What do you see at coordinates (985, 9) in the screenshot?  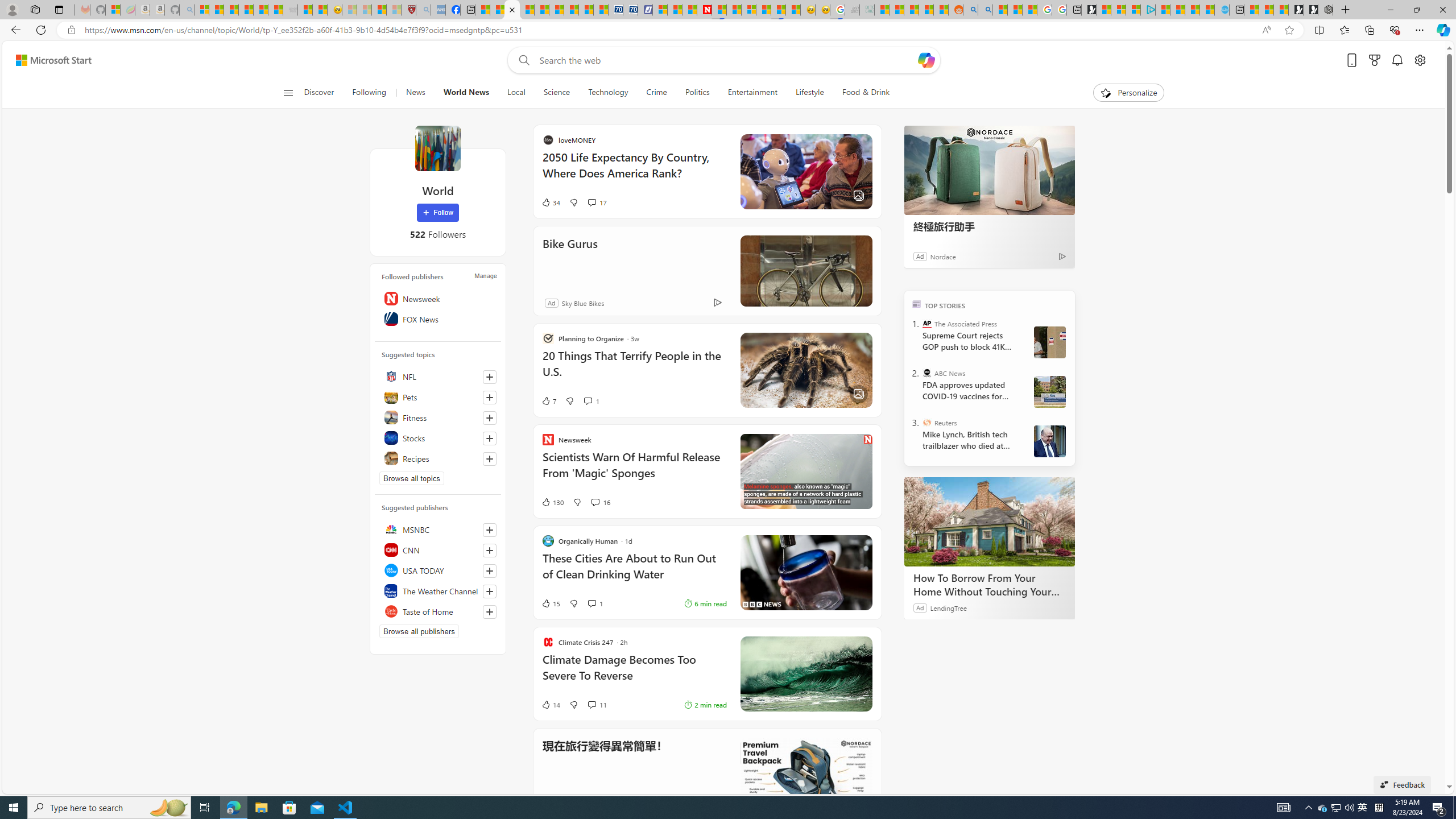 I see `'Utah sues federal government - Search'` at bounding box center [985, 9].